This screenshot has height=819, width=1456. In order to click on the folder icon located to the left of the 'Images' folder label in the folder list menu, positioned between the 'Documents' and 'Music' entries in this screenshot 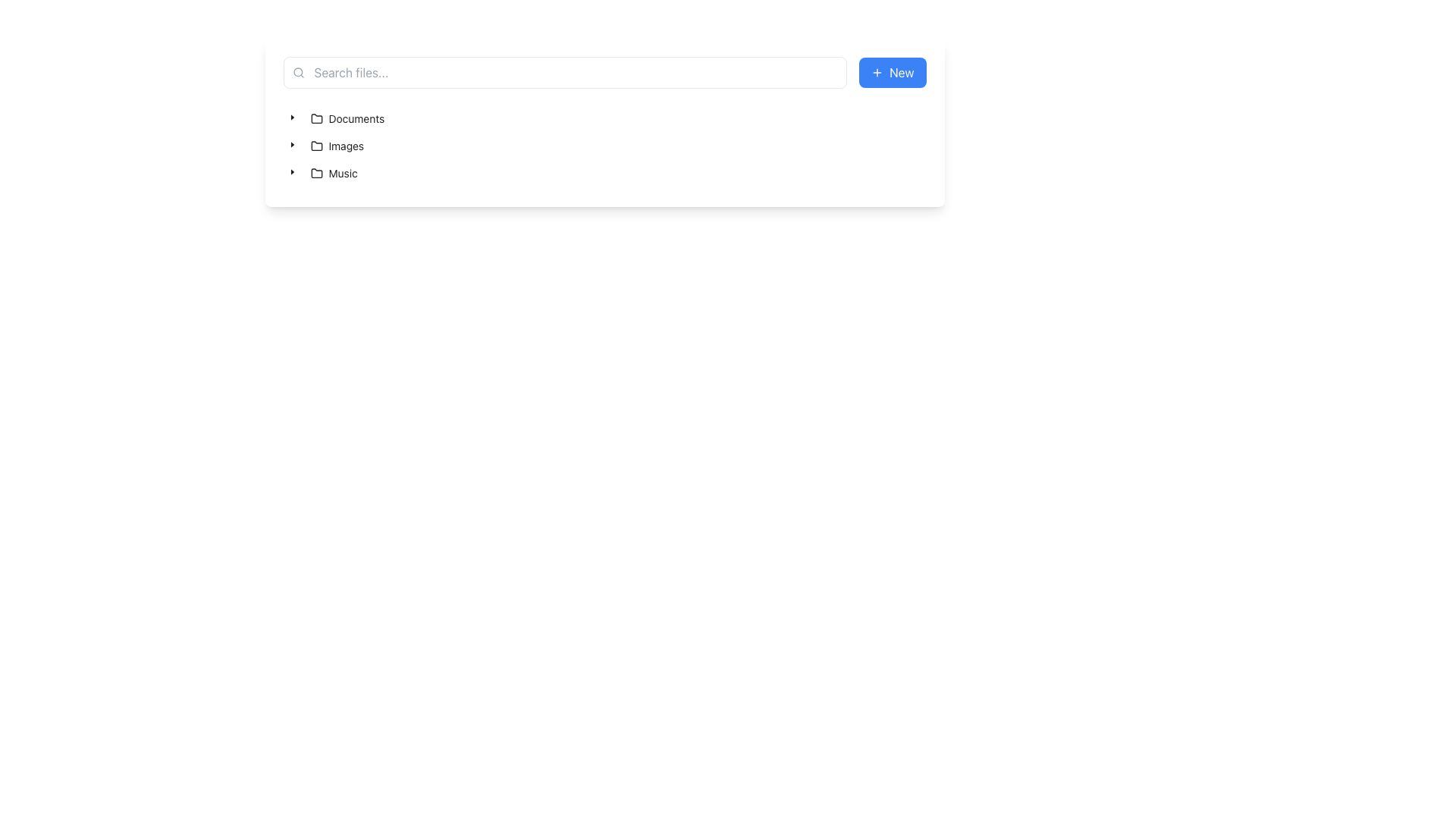, I will do `click(315, 146)`.